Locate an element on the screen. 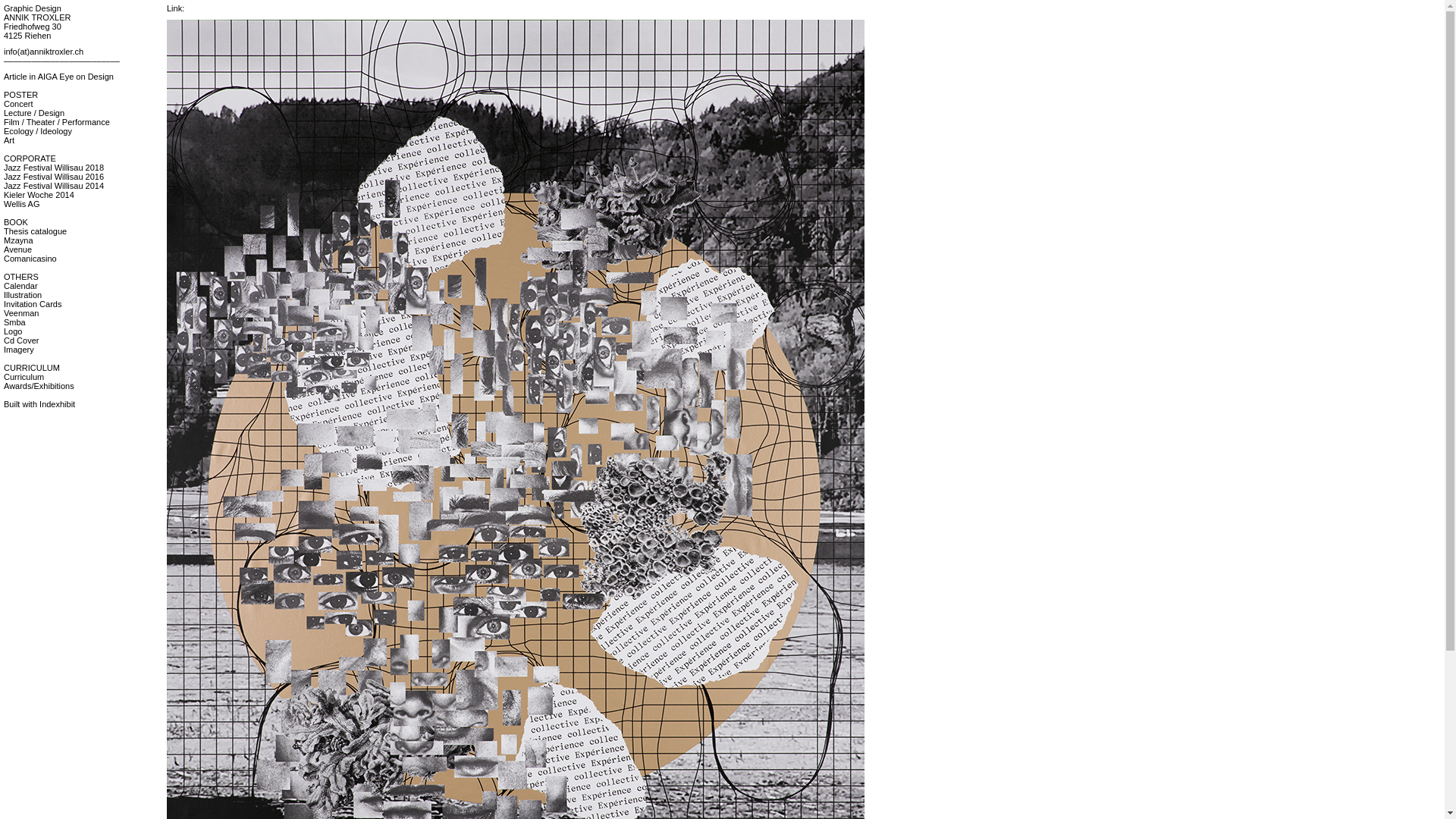 The width and height of the screenshot is (1456, 819). 'Invitation Cards' is located at coordinates (33, 304).